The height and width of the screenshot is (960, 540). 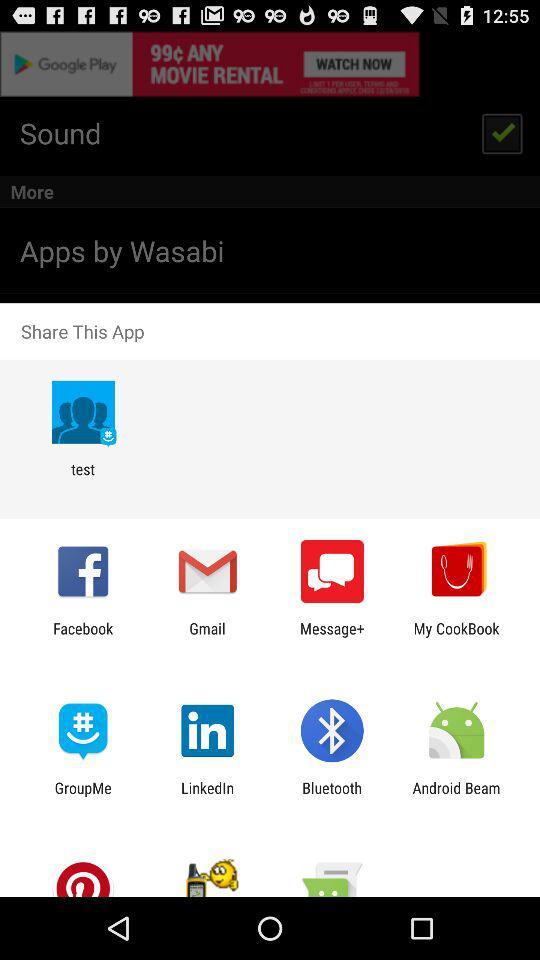 What do you see at coordinates (332, 636) in the screenshot?
I see `message+` at bounding box center [332, 636].